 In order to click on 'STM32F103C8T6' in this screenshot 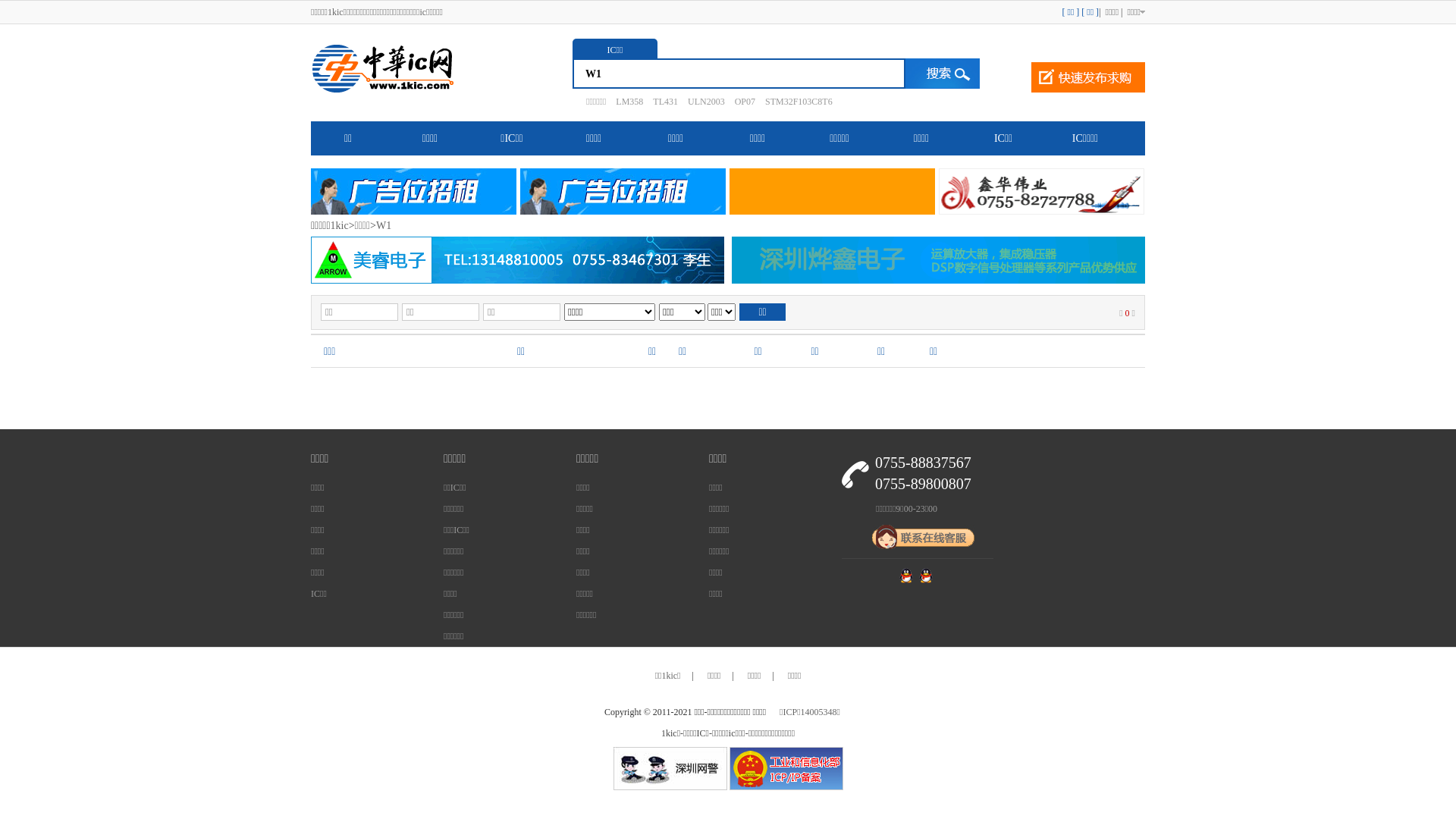, I will do `click(794, 102)`.